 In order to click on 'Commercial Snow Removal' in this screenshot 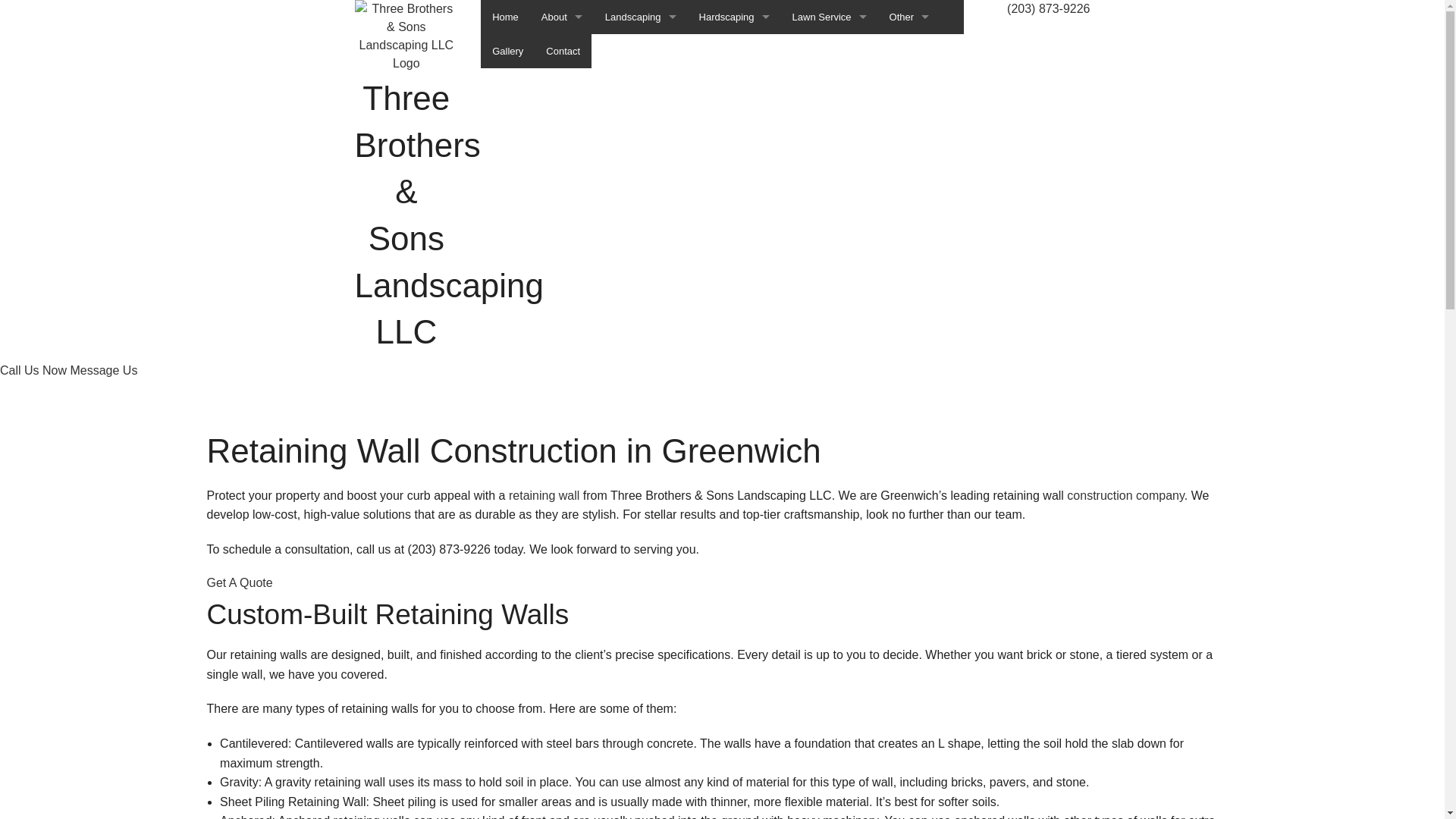, I will do `click(909, 494)`.